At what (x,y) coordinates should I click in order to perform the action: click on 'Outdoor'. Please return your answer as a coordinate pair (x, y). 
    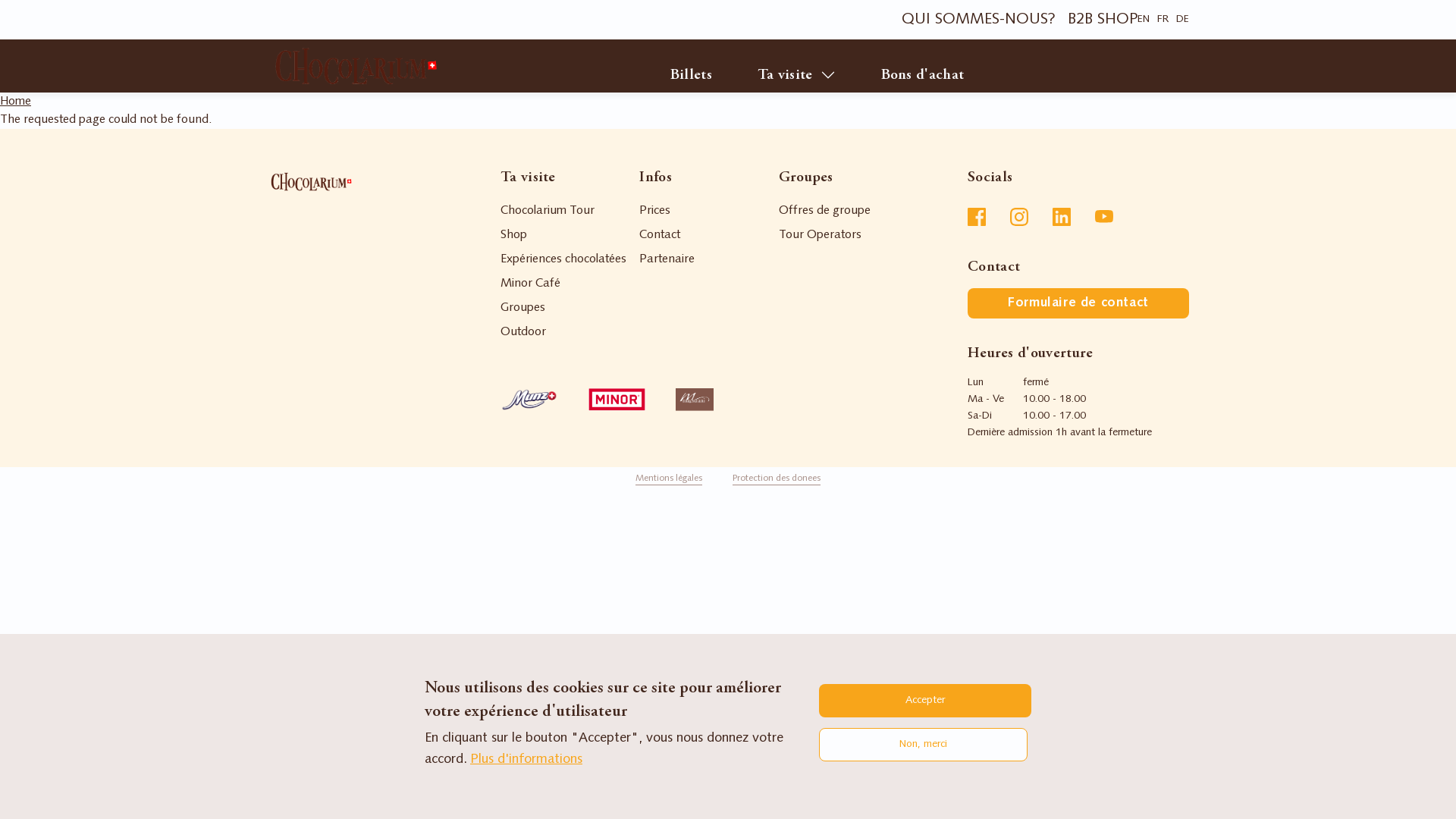
    Looking at the image, I should click on (523, 331).